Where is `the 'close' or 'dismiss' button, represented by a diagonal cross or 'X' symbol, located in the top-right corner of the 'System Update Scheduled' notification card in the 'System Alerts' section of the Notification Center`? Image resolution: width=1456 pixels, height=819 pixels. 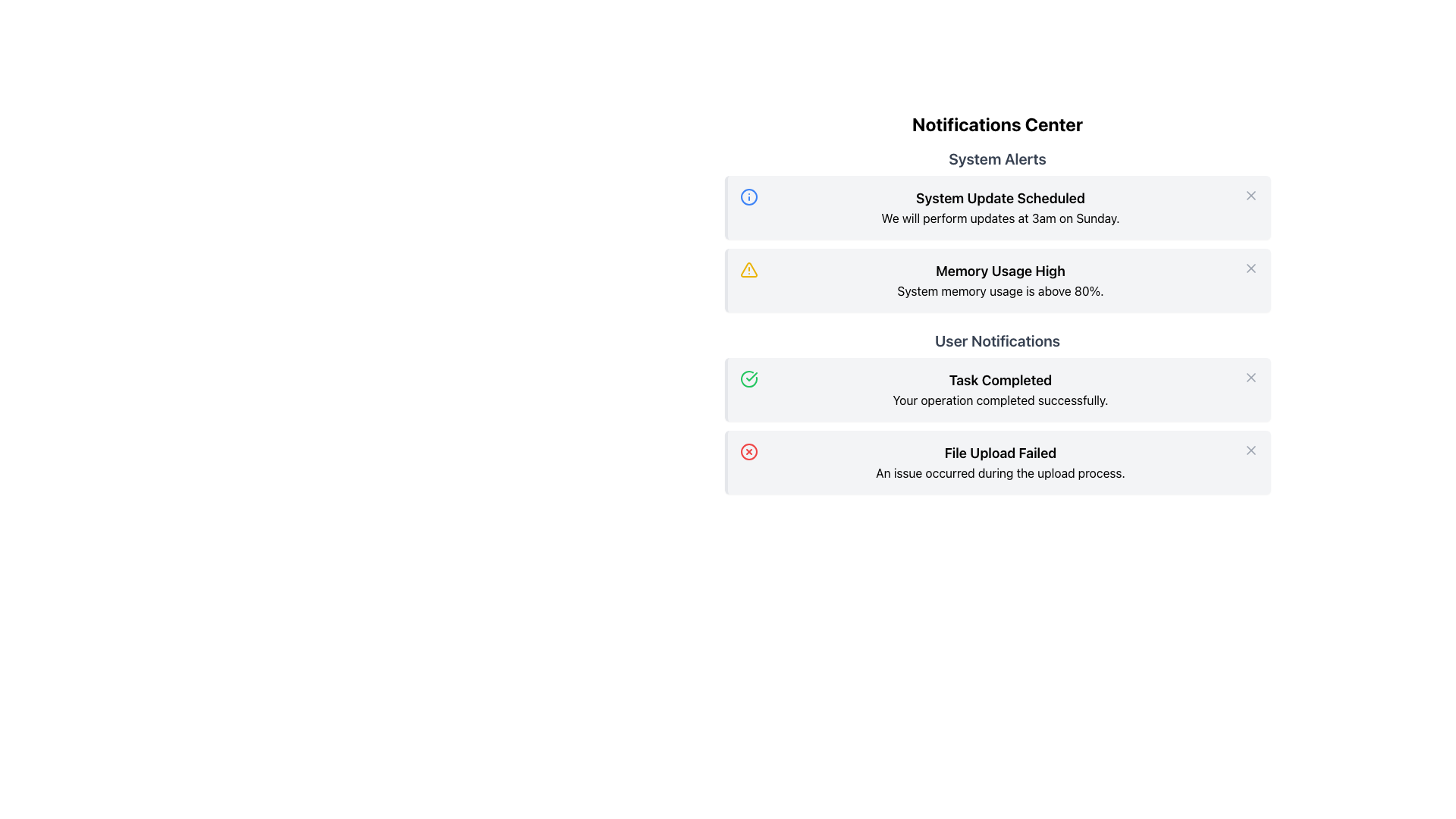 the 'close' or 'dismiss' button, represented by a diagonal cross or 'X' symbol, located in the top-right corner of the 'System Update Scheduled' notification card in the 'System Alerts' section of the Notification Center is located at coordinates (1250, 195).